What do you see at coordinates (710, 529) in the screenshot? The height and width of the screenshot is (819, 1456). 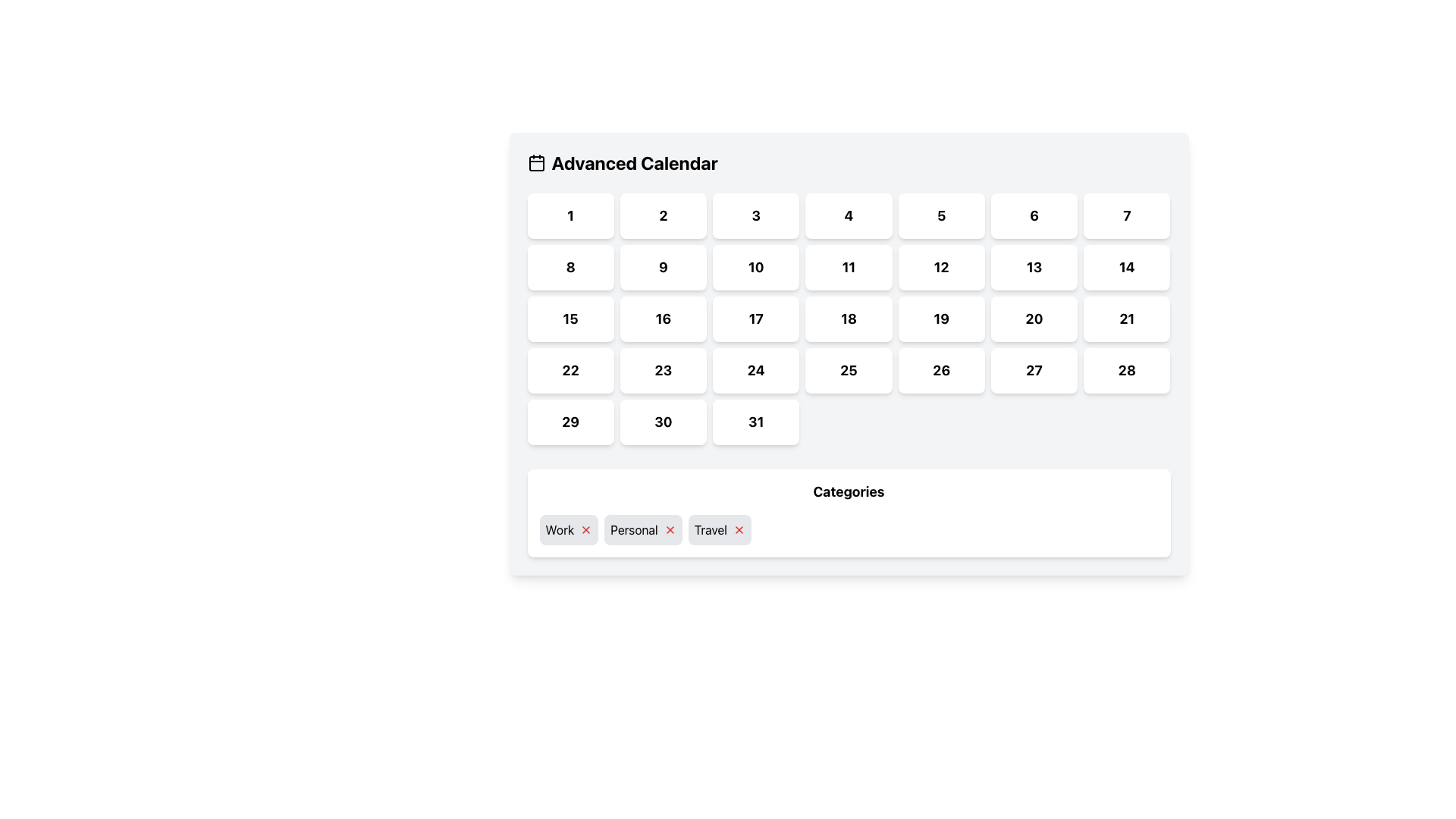 I see `the 'Travel' text label within the rounded tag component in the 'Categories' section` at bounding box center [710, 529].